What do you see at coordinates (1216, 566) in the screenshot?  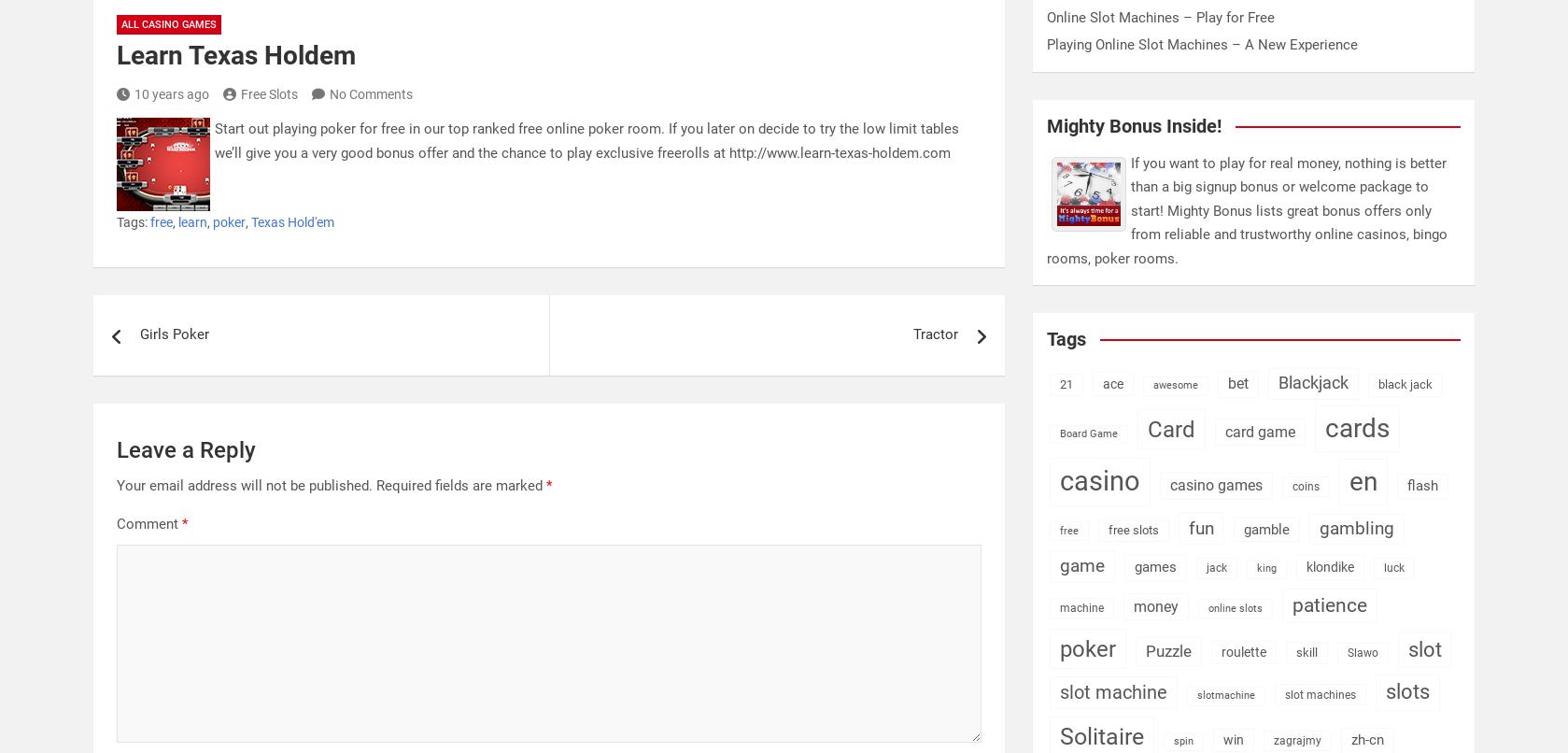 I see `'jack'` at bounding box center [1216, 566].